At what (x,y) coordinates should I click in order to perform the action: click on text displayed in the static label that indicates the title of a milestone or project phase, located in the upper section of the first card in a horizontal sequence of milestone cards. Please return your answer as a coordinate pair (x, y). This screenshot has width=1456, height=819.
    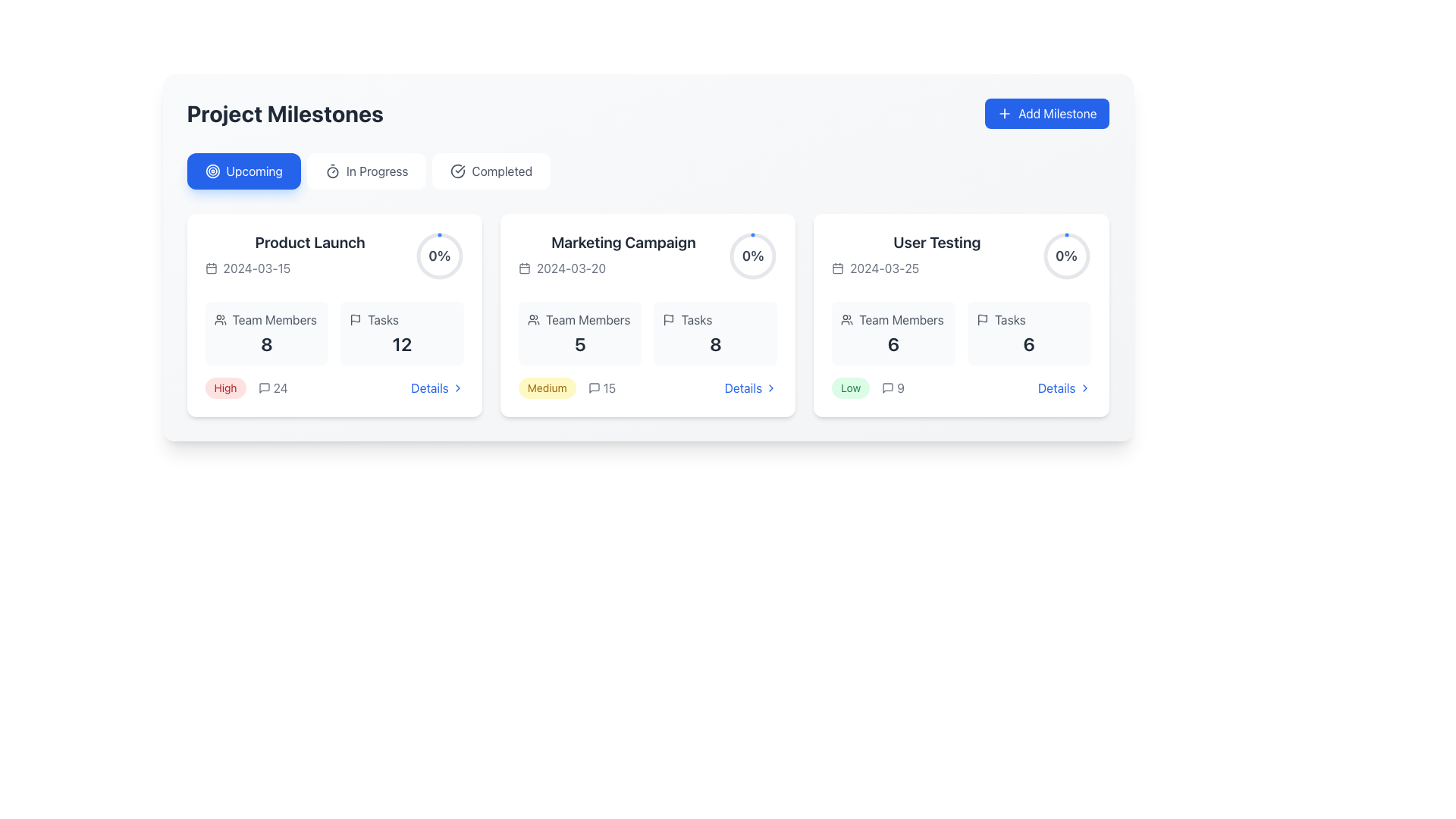
    Looking at the image, I should click on (309, 242).